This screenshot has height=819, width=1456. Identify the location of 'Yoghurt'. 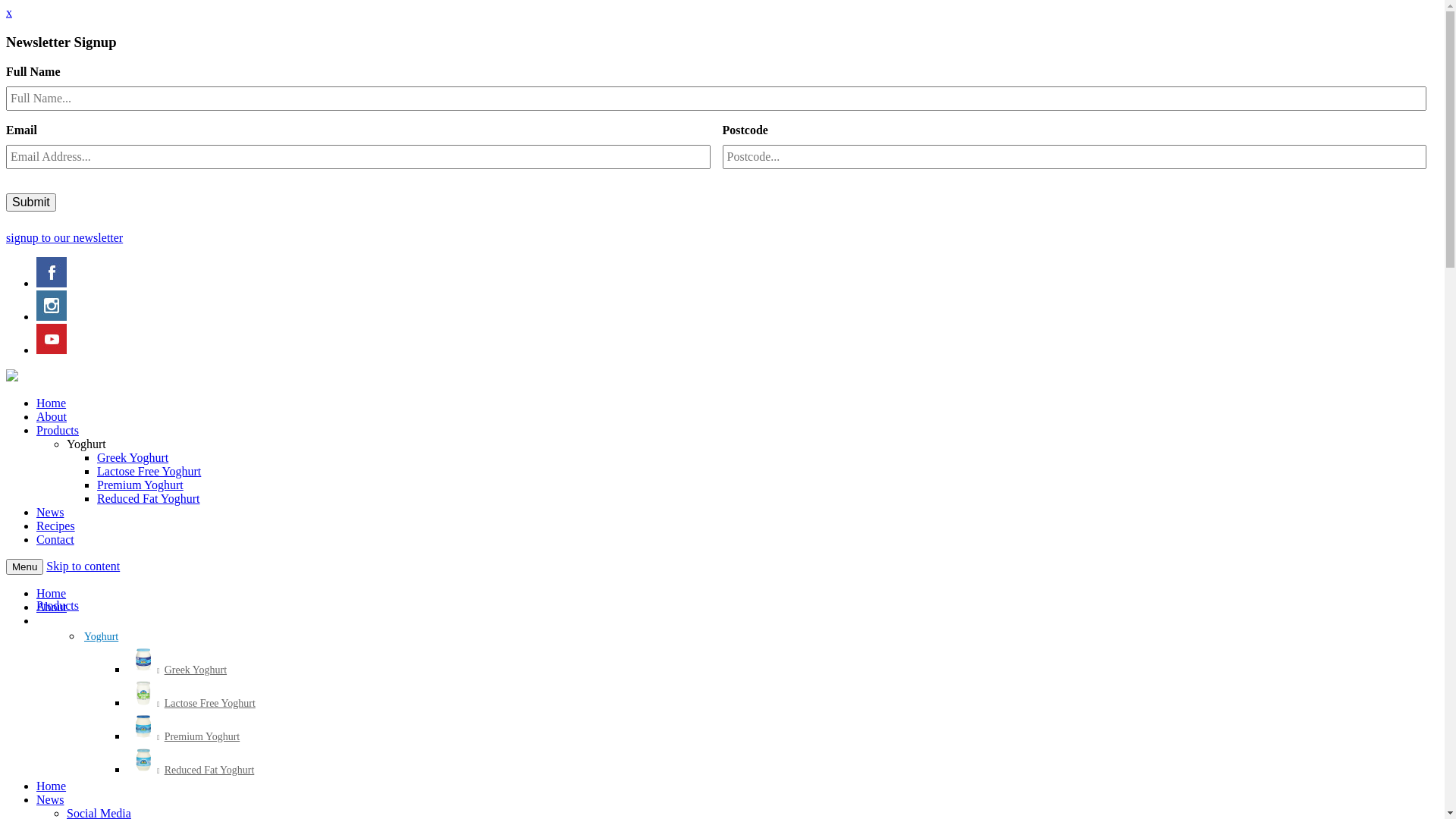
(86, 444).